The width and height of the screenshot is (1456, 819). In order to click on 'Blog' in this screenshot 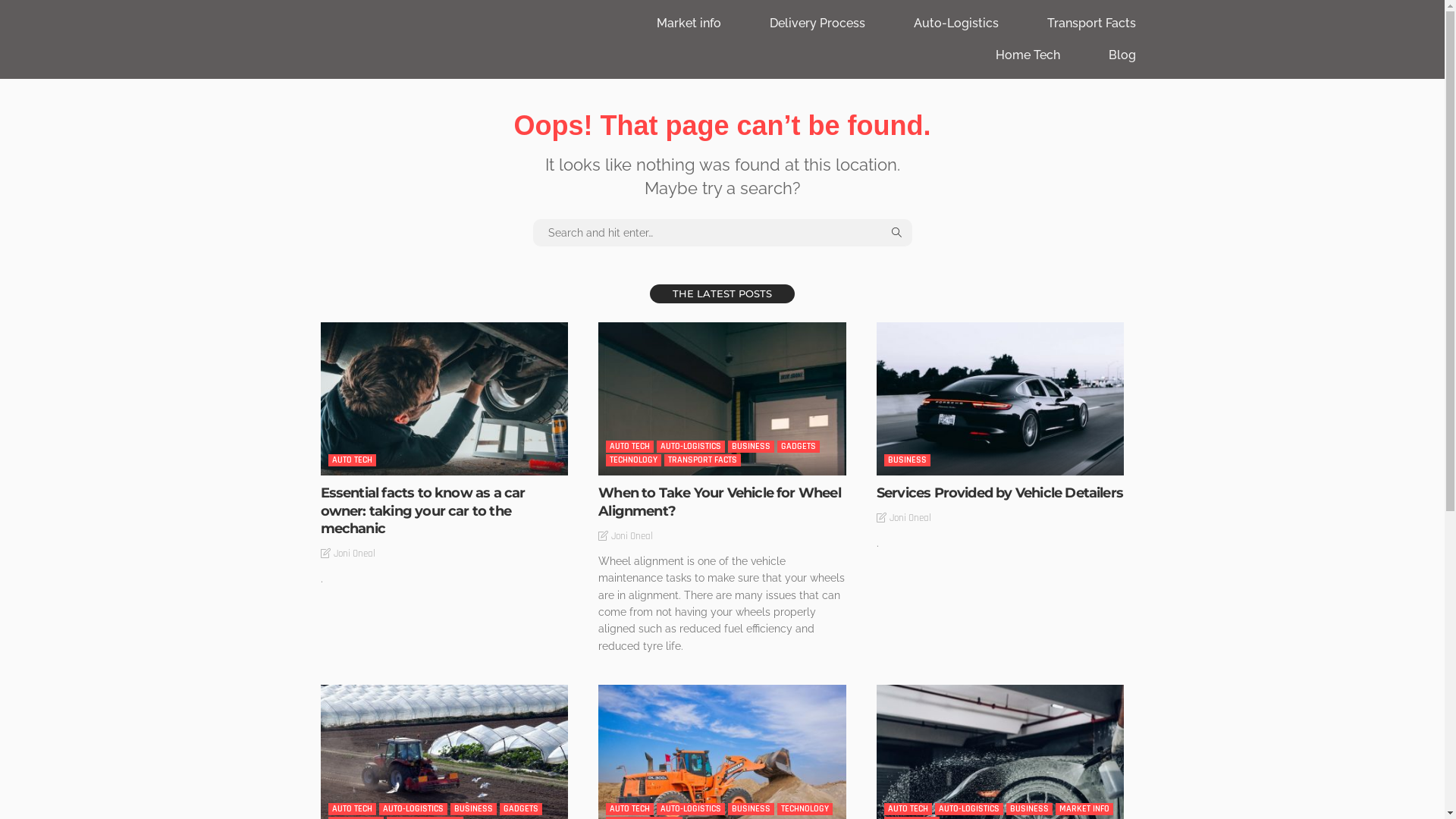, I will do `click(1122, 55)`.